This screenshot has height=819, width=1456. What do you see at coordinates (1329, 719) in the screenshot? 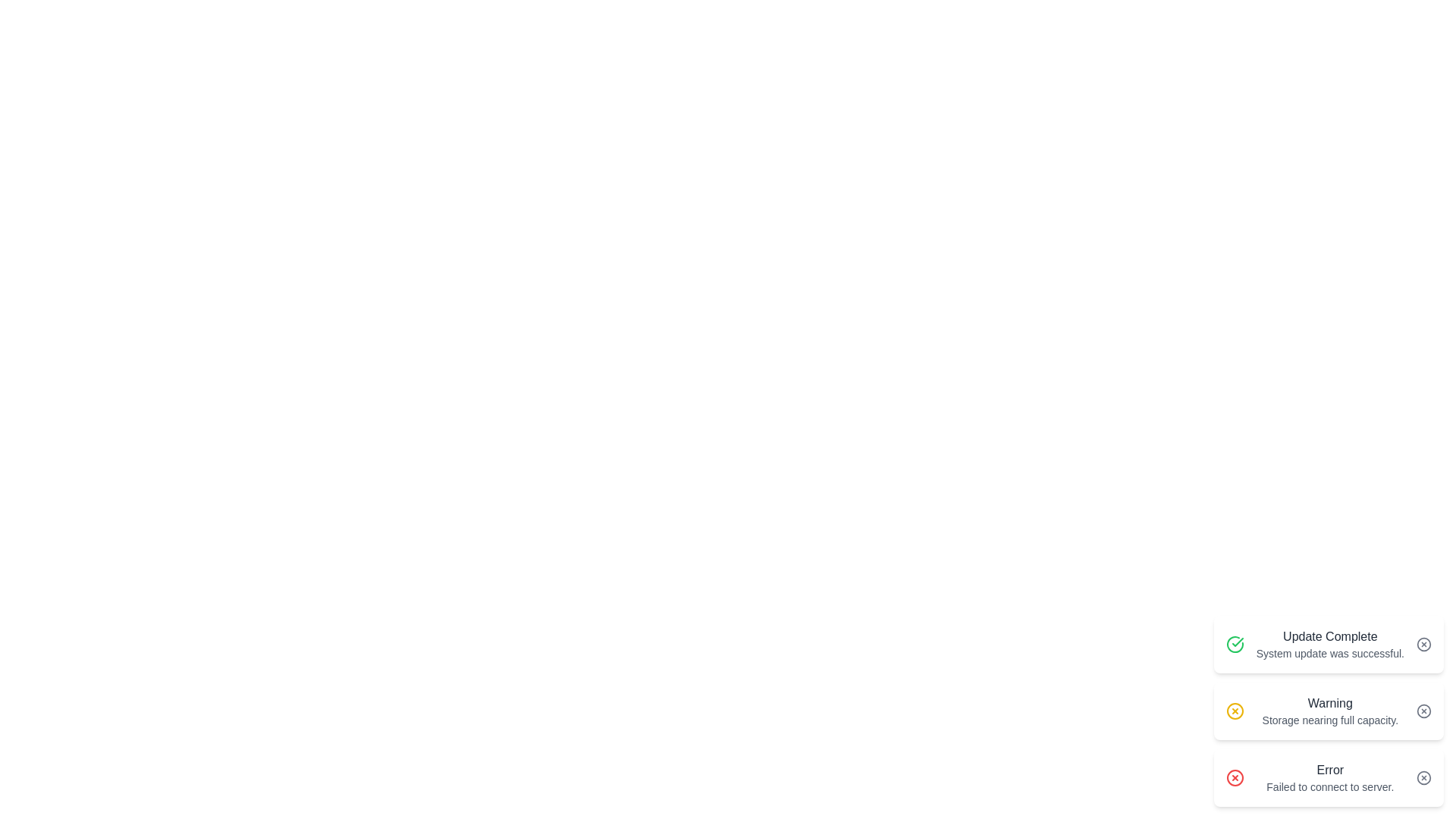
I see `text label that indicates 'Storage nearing full capacity.' positioned below the bold 'Warning' text in the alert interface` at bounding box center [1329, 719].